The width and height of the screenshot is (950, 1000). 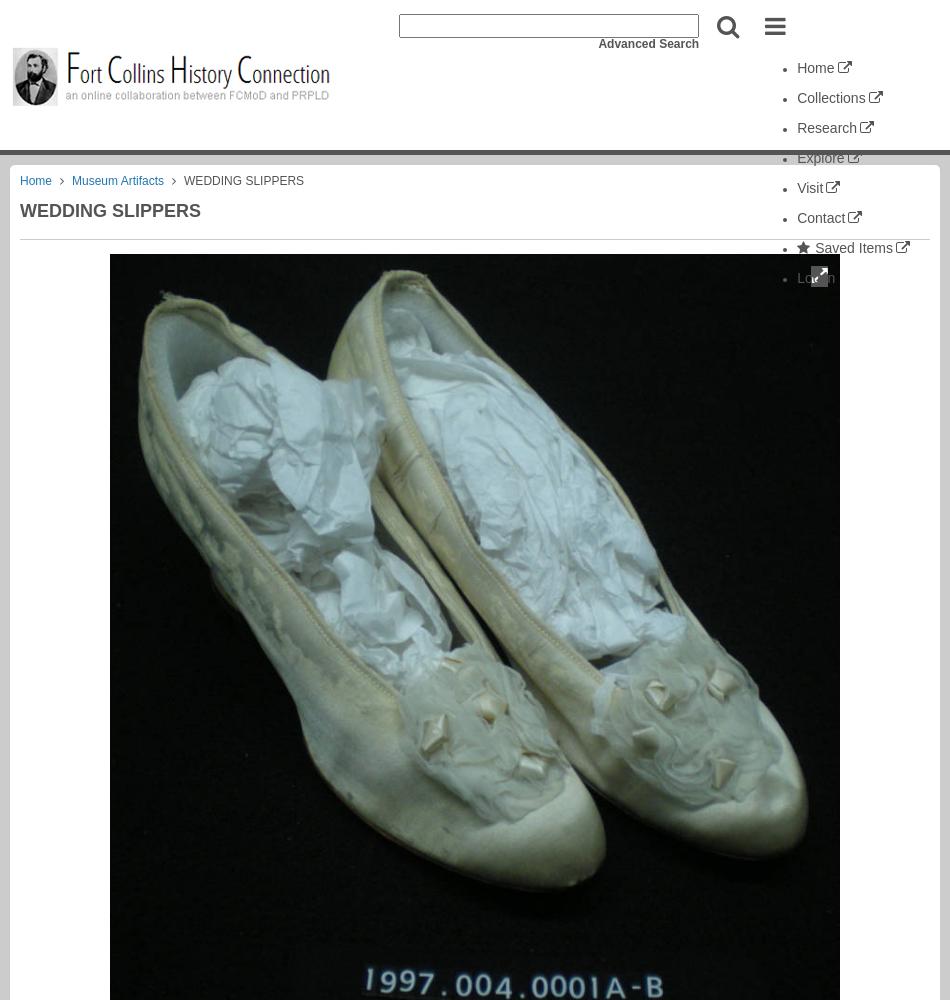 What do you see at coordinates (825, 127) in the screenshot?
I see `'Research'` at bounding box center [825, 127].